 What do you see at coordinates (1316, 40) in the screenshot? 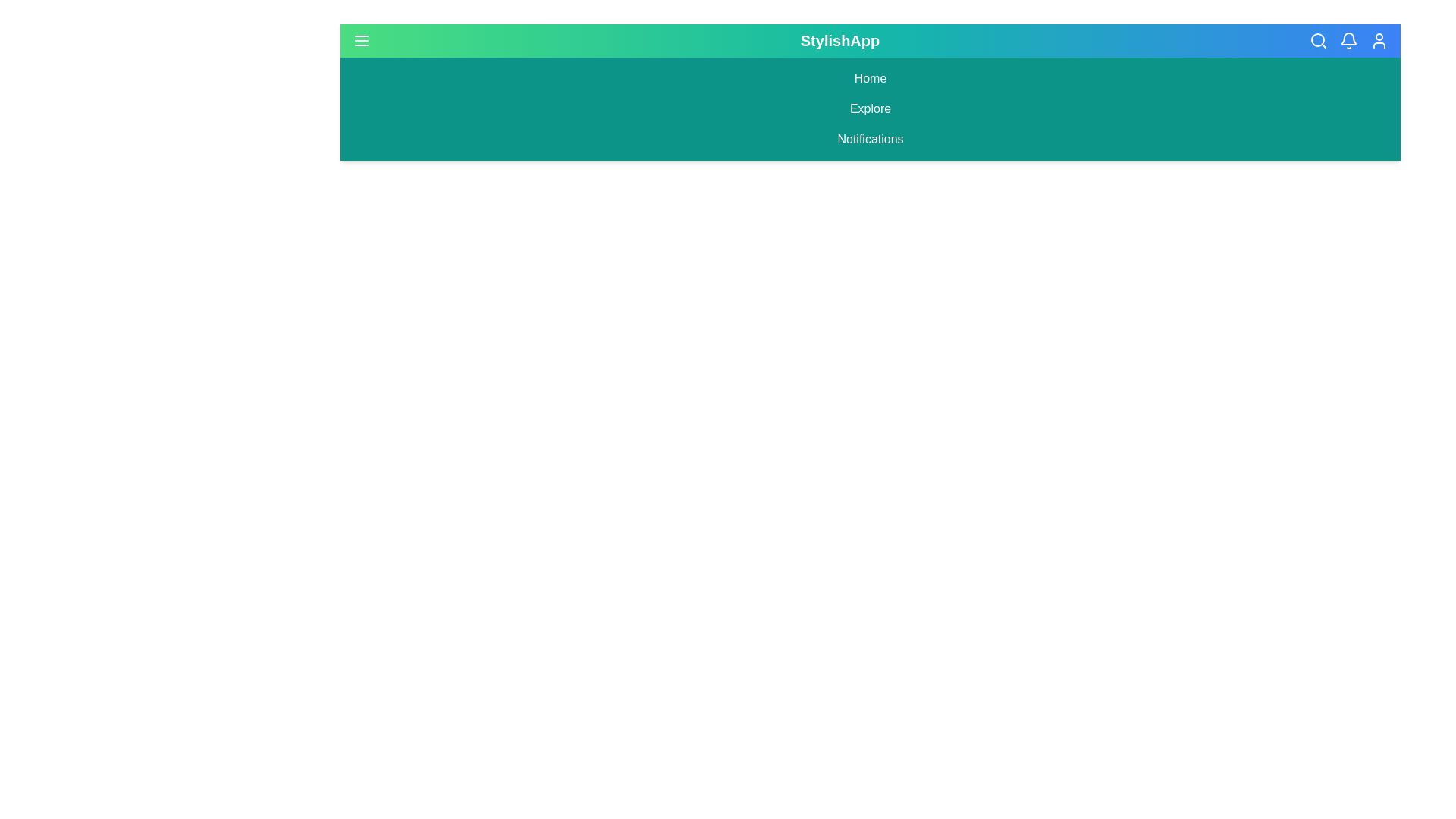
I see `the Search icon in the header` at bounding box center [1316, 40].